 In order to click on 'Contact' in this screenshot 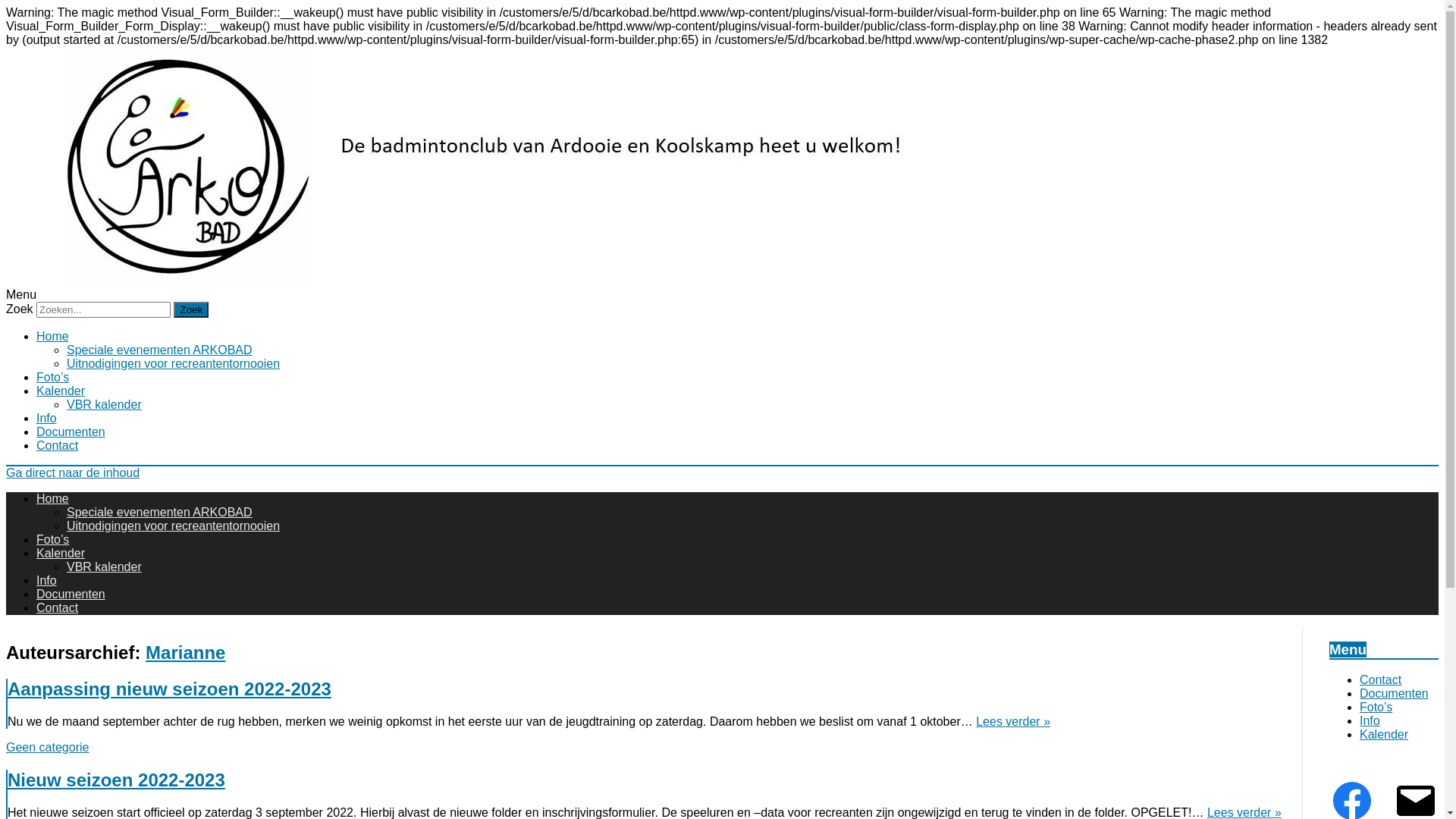, I will do `click(57, 444)`.